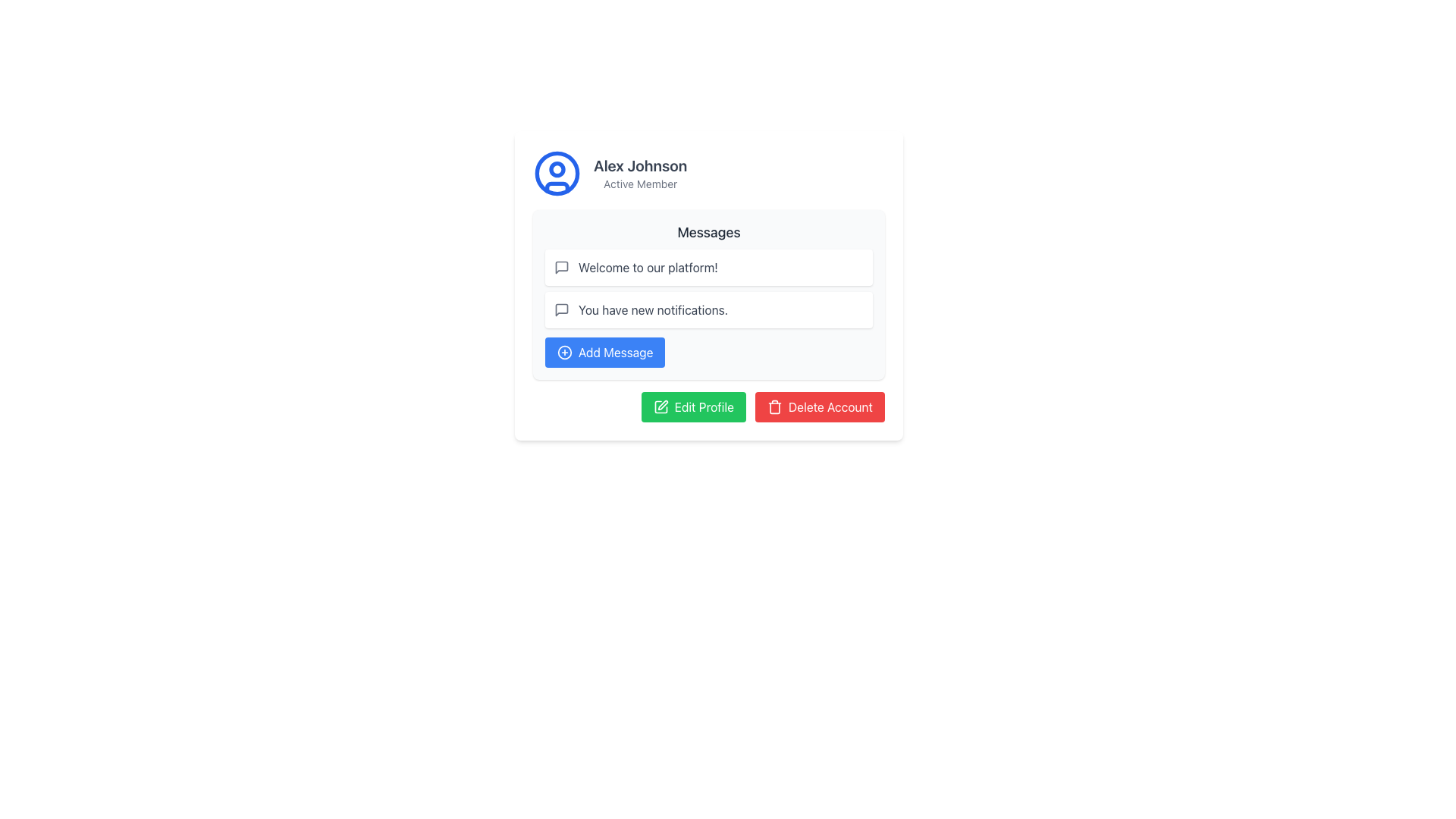 Image resolution: width=1456 pixels, height=819 pixels. I want to click on the text label or heading that serves as a title for messages, located near the top of a white card section, centered in the interface, so click(708, 233).